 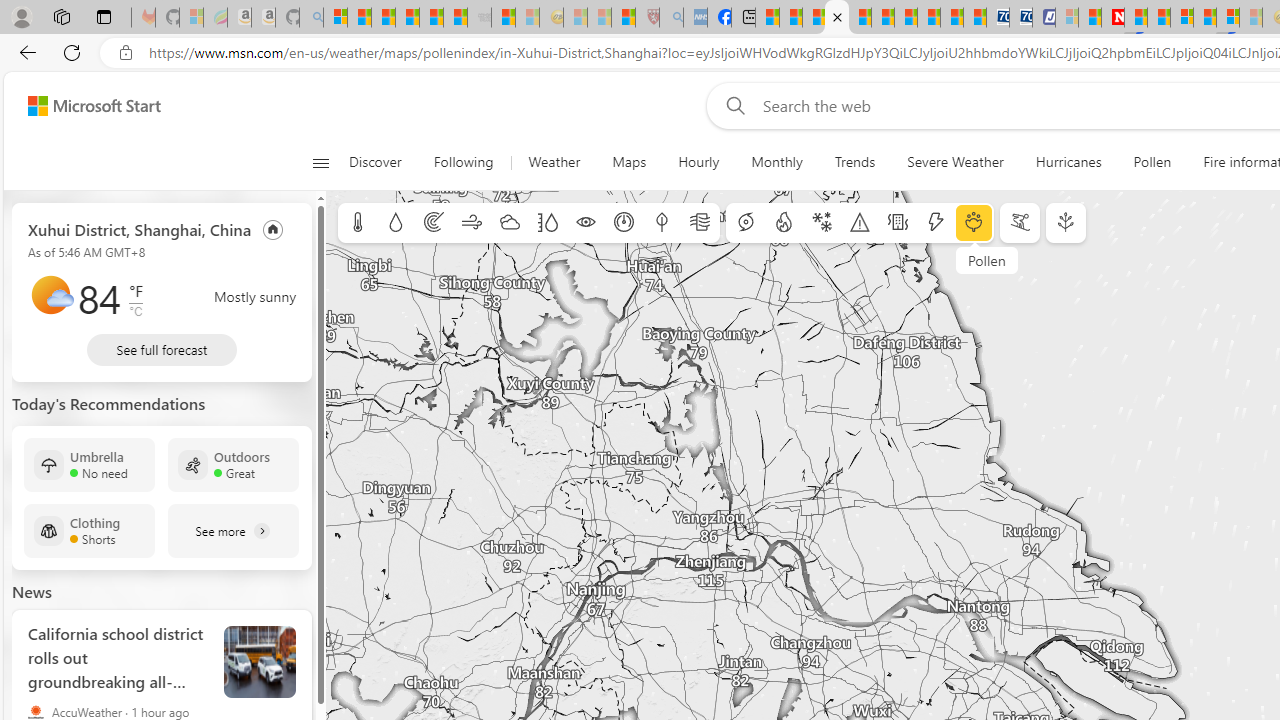 I want to click on 'Latest Politics News & Archive | Newsweek.com', so click(x=1111, y=17).